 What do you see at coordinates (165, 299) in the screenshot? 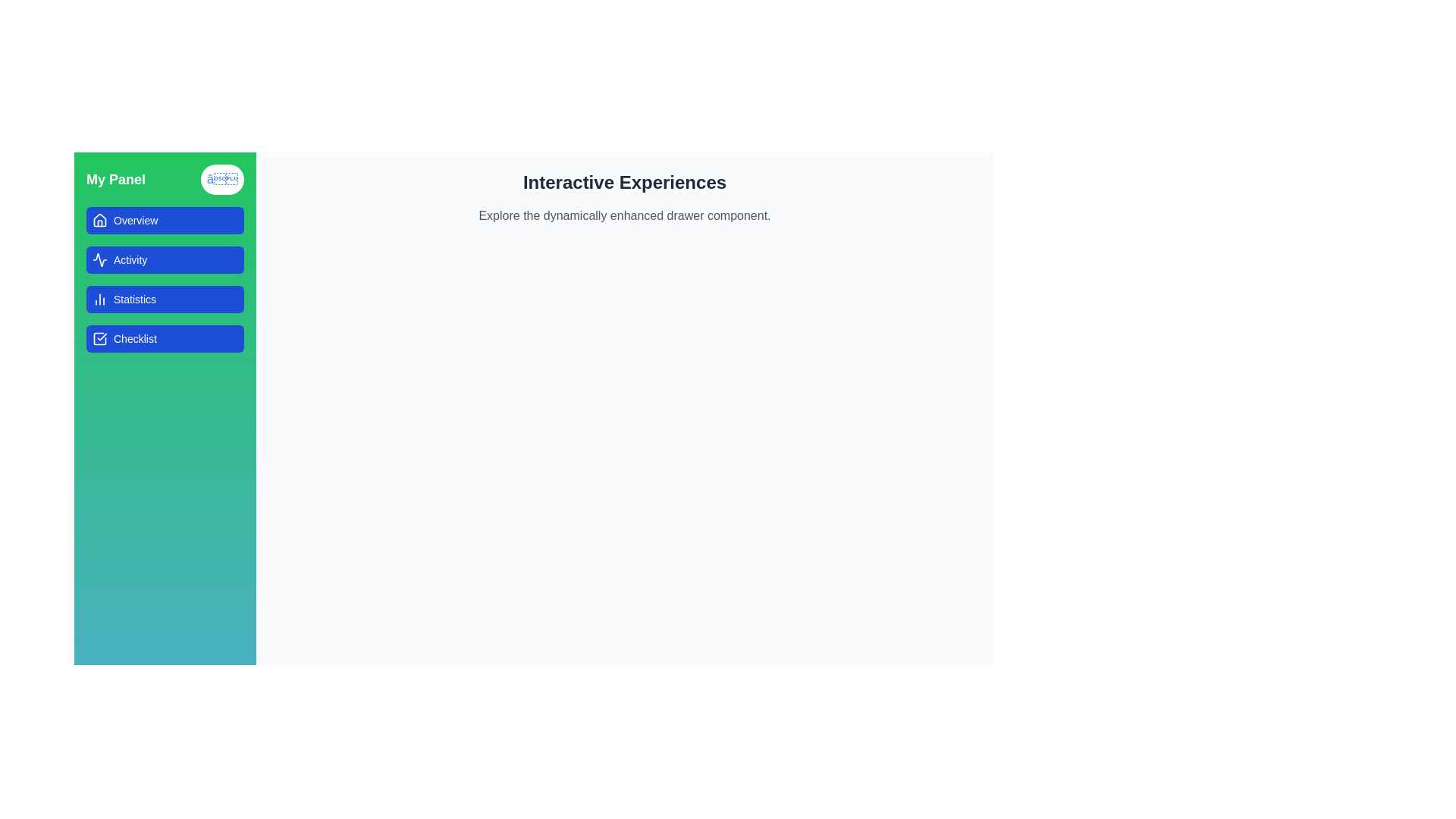
I see `the navigation button located centrally in the left panel, positioned between the 'Activity' button above and the 'Checklist' button below` at bounding box center [165, 299].